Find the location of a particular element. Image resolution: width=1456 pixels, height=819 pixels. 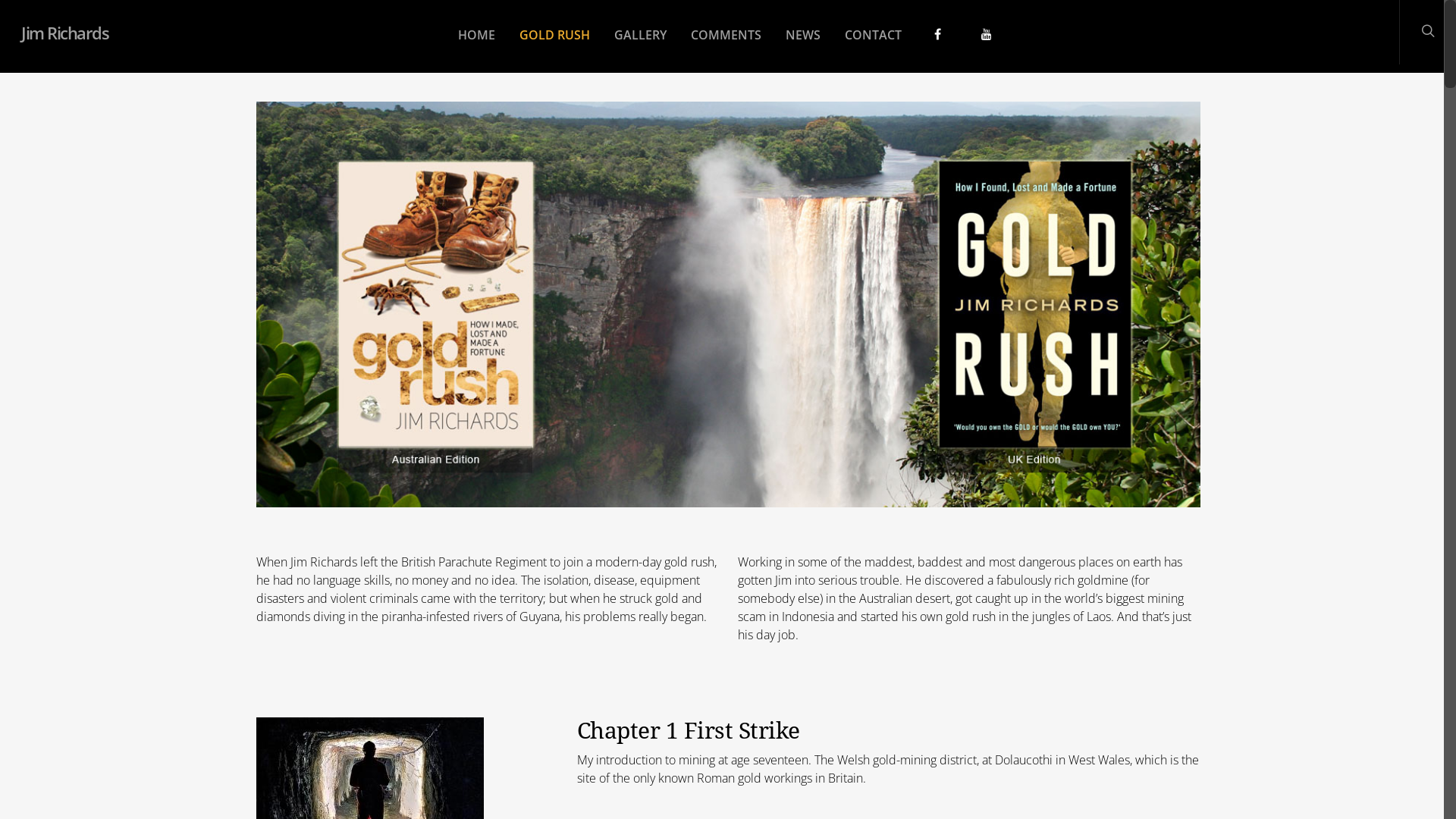

'COMMENTS' is located at coordinates (679, 45).